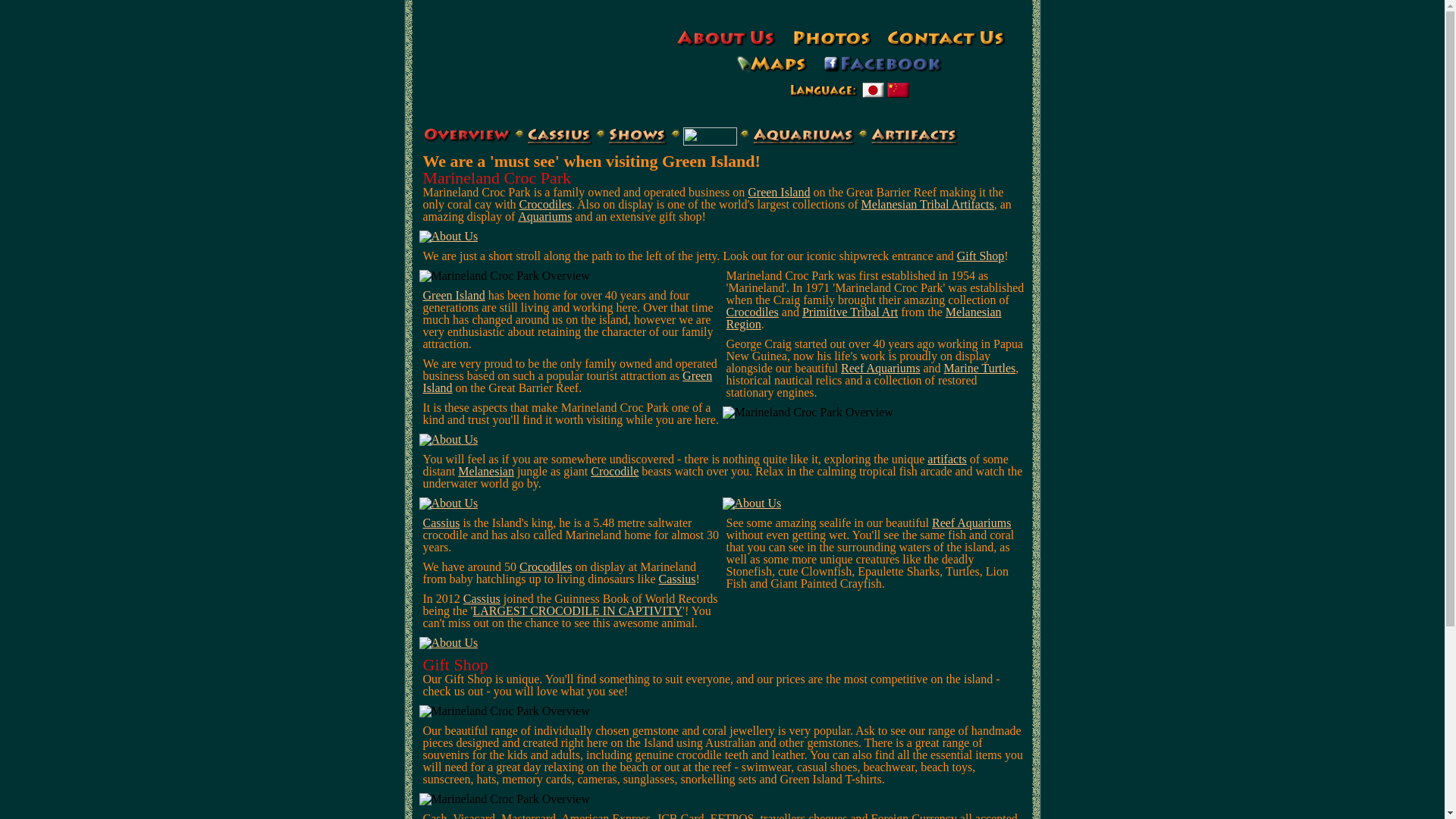  What do you see at coordinates (779, 191) in the screenshot?
I see `'Green Island'` at bounding box center [779, 191].